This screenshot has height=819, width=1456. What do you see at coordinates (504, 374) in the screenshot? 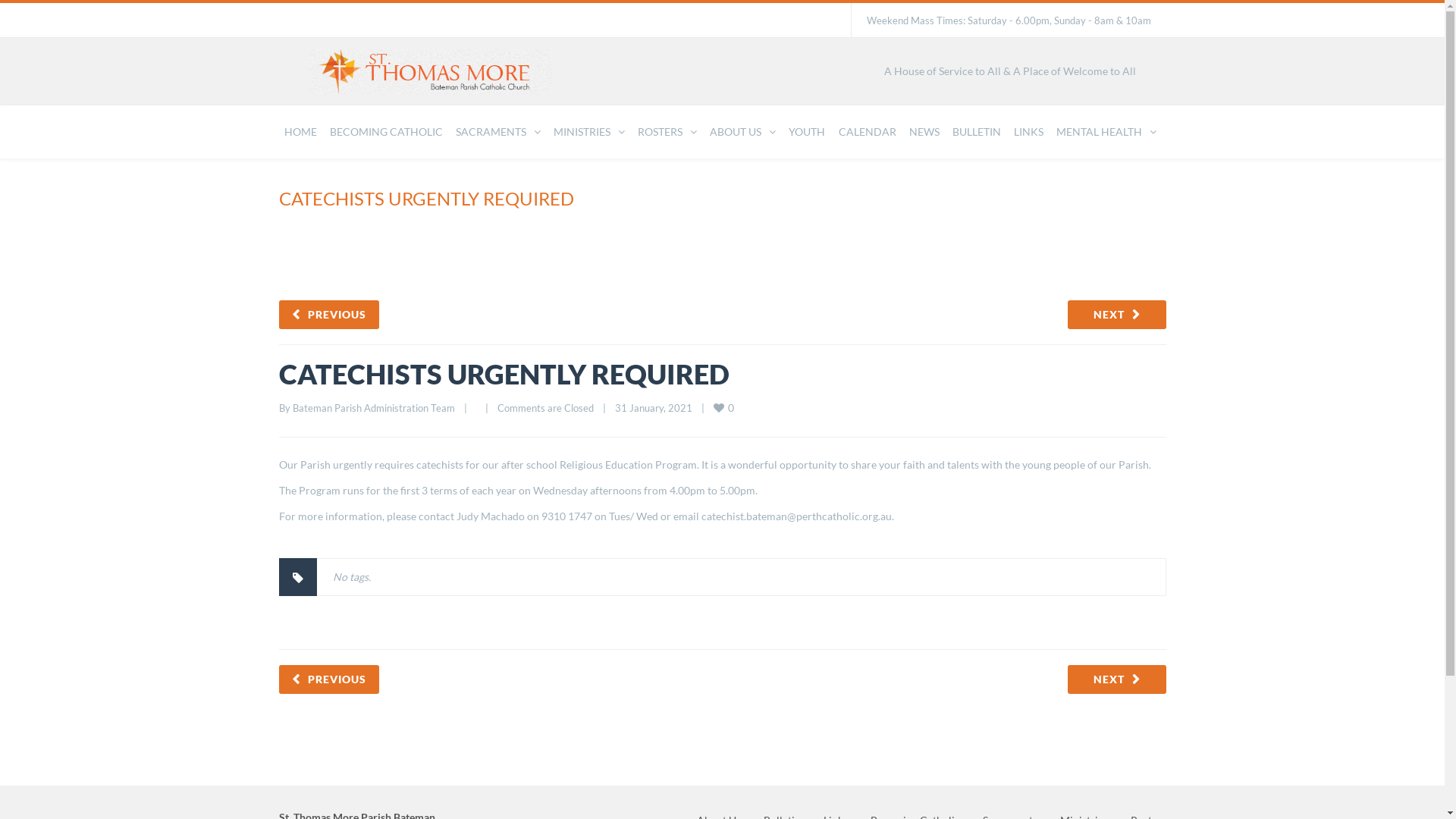
I see `'CATECHISTS URGENTLY REQUIRED'` at bounding box center [504, 374].